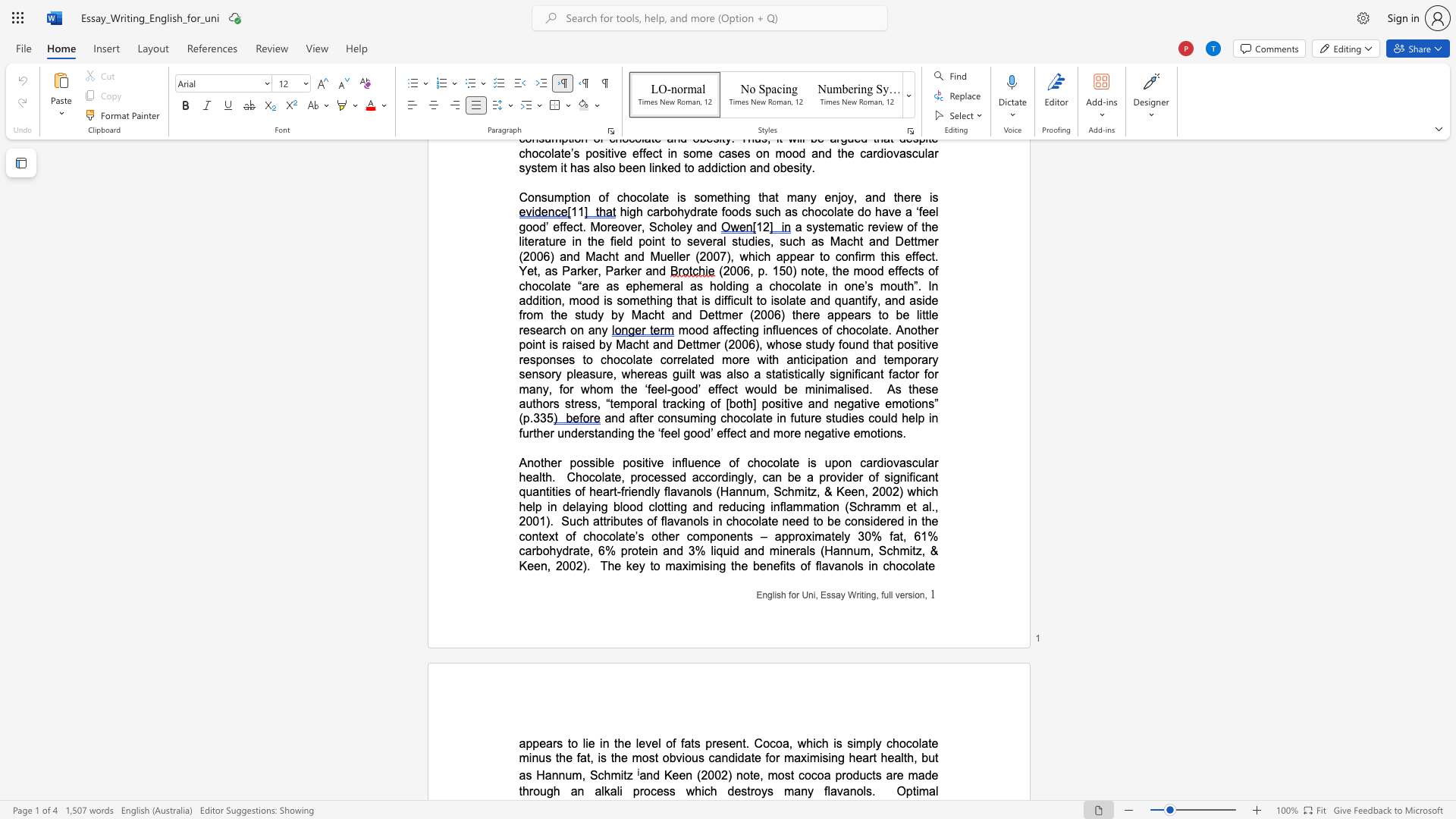 Image resolution: width=1456 pixels, height=819 pixels. What do you see at coordinates (760, 462) in the screenshot?
I see `the space between the continuous character "h" and "o" in the text` at bounding box center [760, 462].